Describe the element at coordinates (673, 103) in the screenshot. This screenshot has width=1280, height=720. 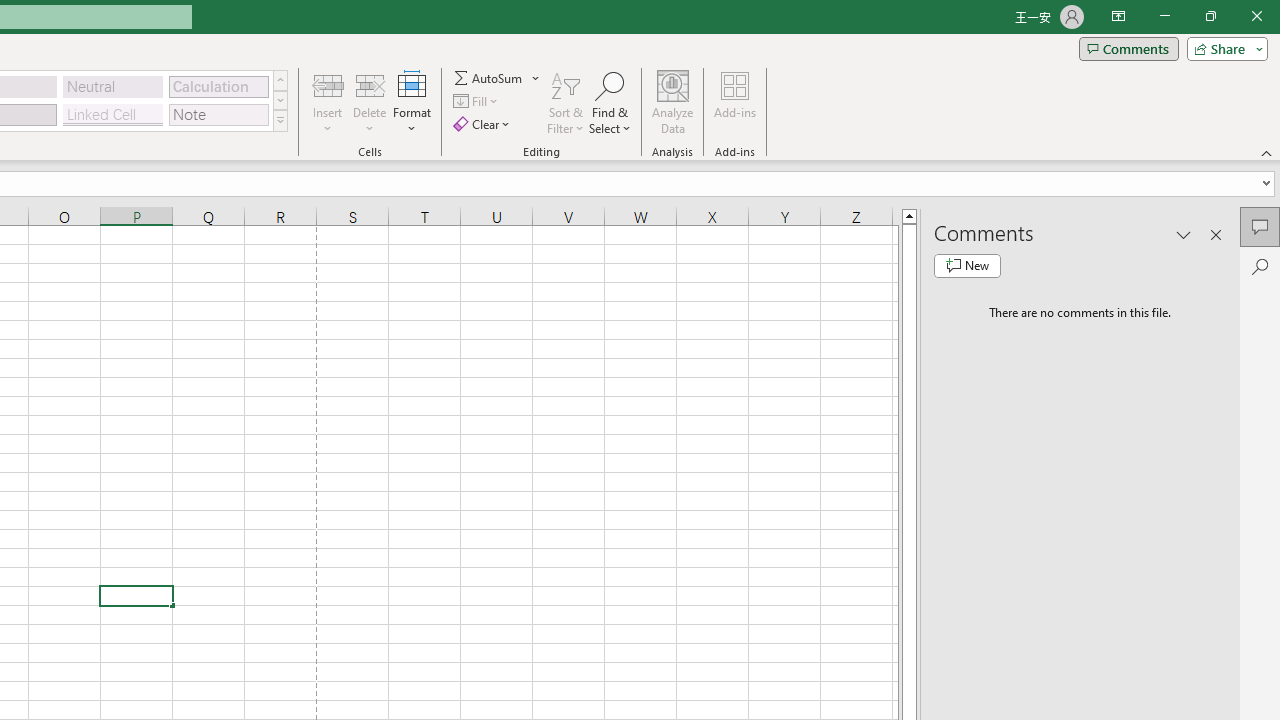
I see `'Analyze Data'` at that location.